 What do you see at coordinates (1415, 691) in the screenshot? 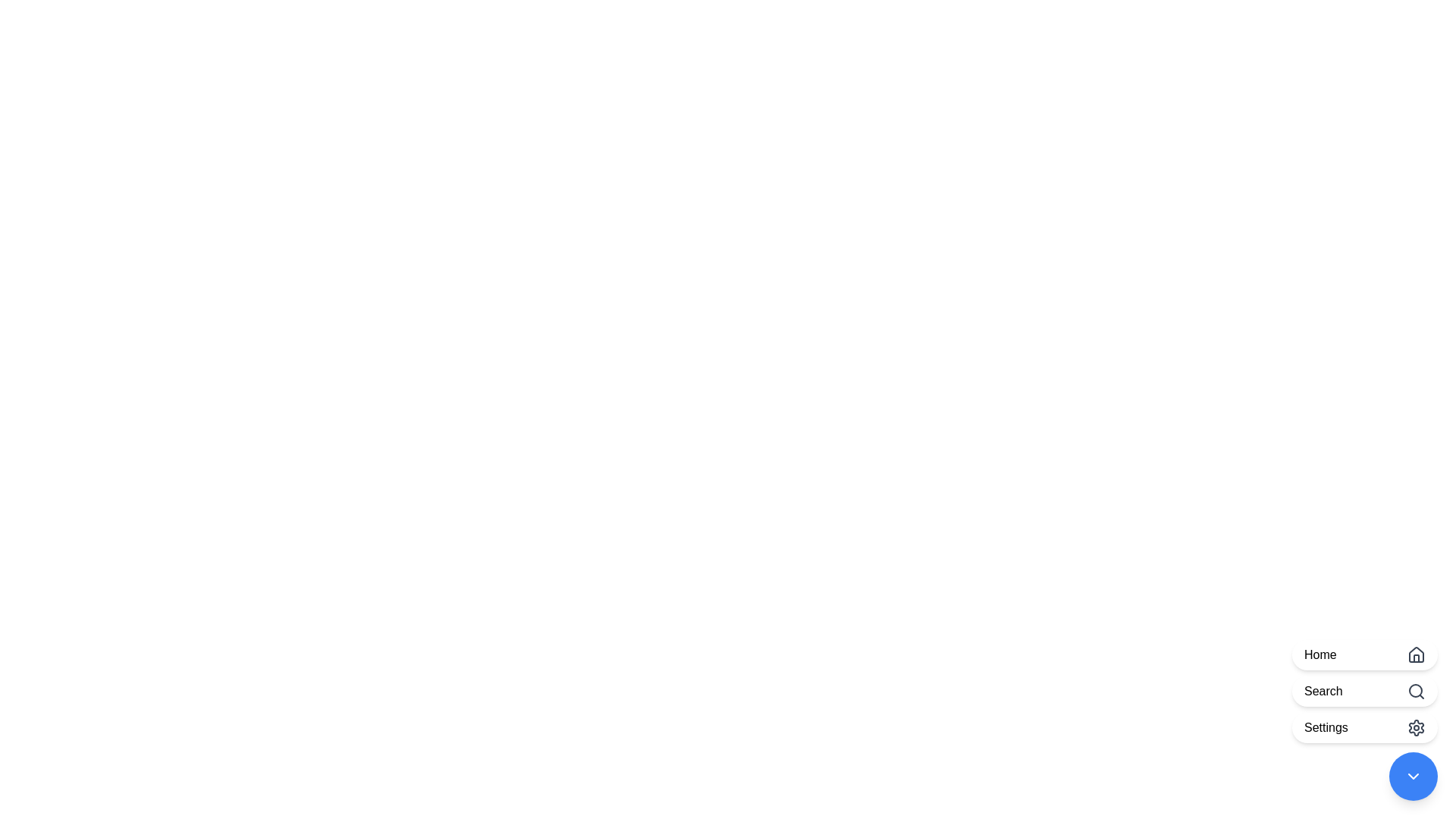
I see `the magnifying glass icon located to the right of the Search label` at bounding box center [1415, 691].